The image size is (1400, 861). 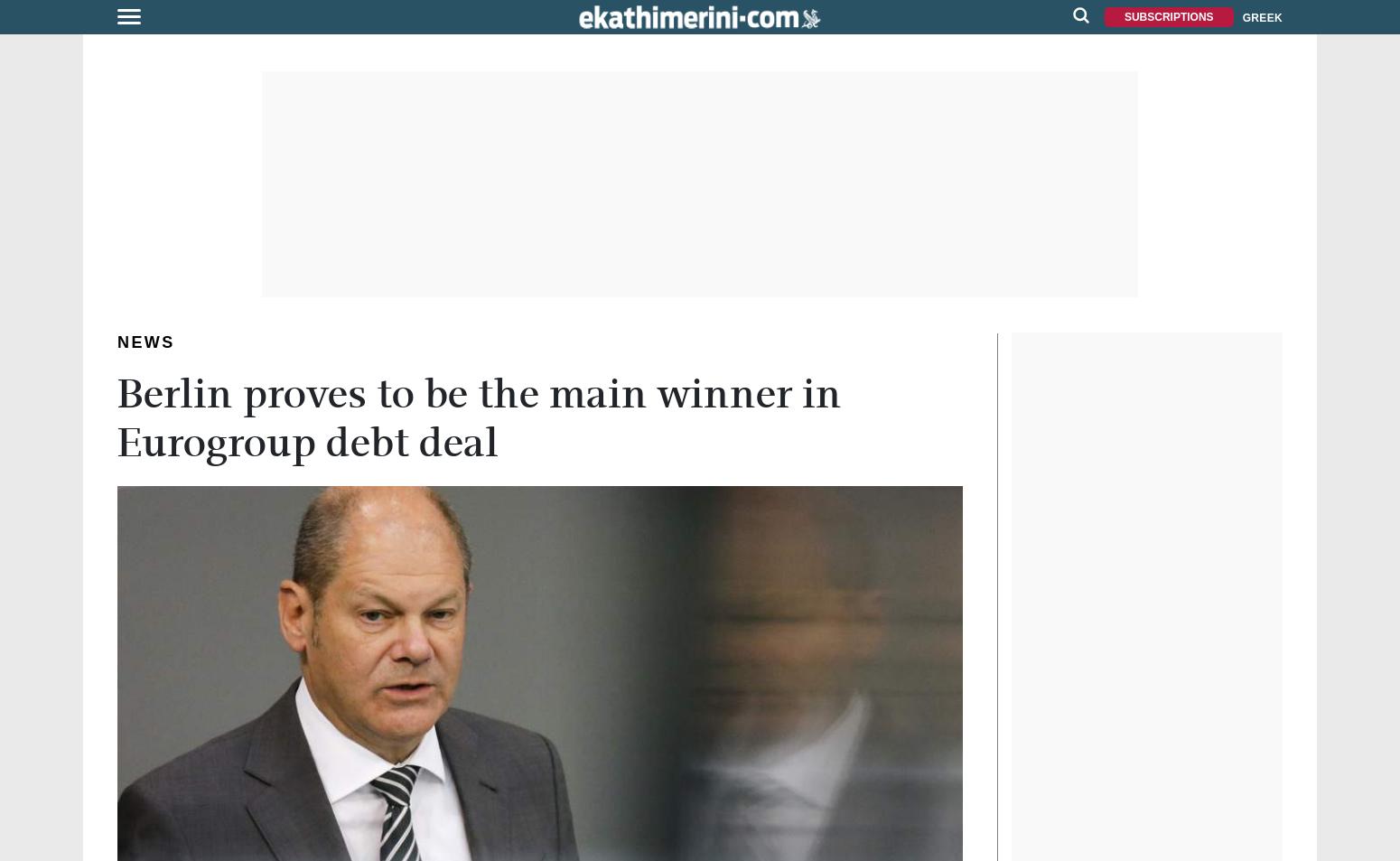 What do you see at coordinates (62, 374) in the screenshot?
I see `'SPECIAL REPORT'` at bounding box center [62, 374].